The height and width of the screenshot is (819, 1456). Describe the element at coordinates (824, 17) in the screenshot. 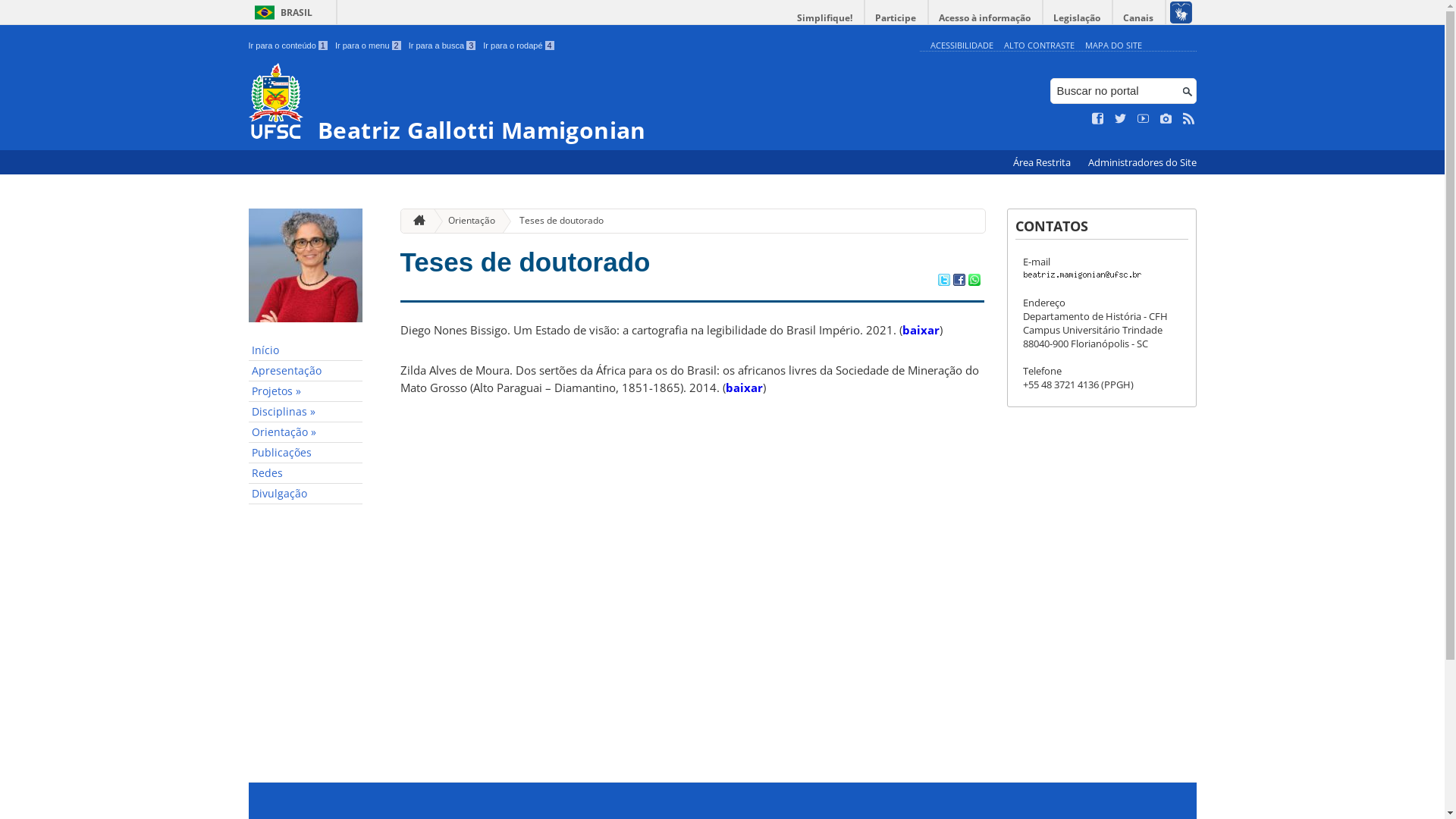

I see `'Simplifique!'` at that location.